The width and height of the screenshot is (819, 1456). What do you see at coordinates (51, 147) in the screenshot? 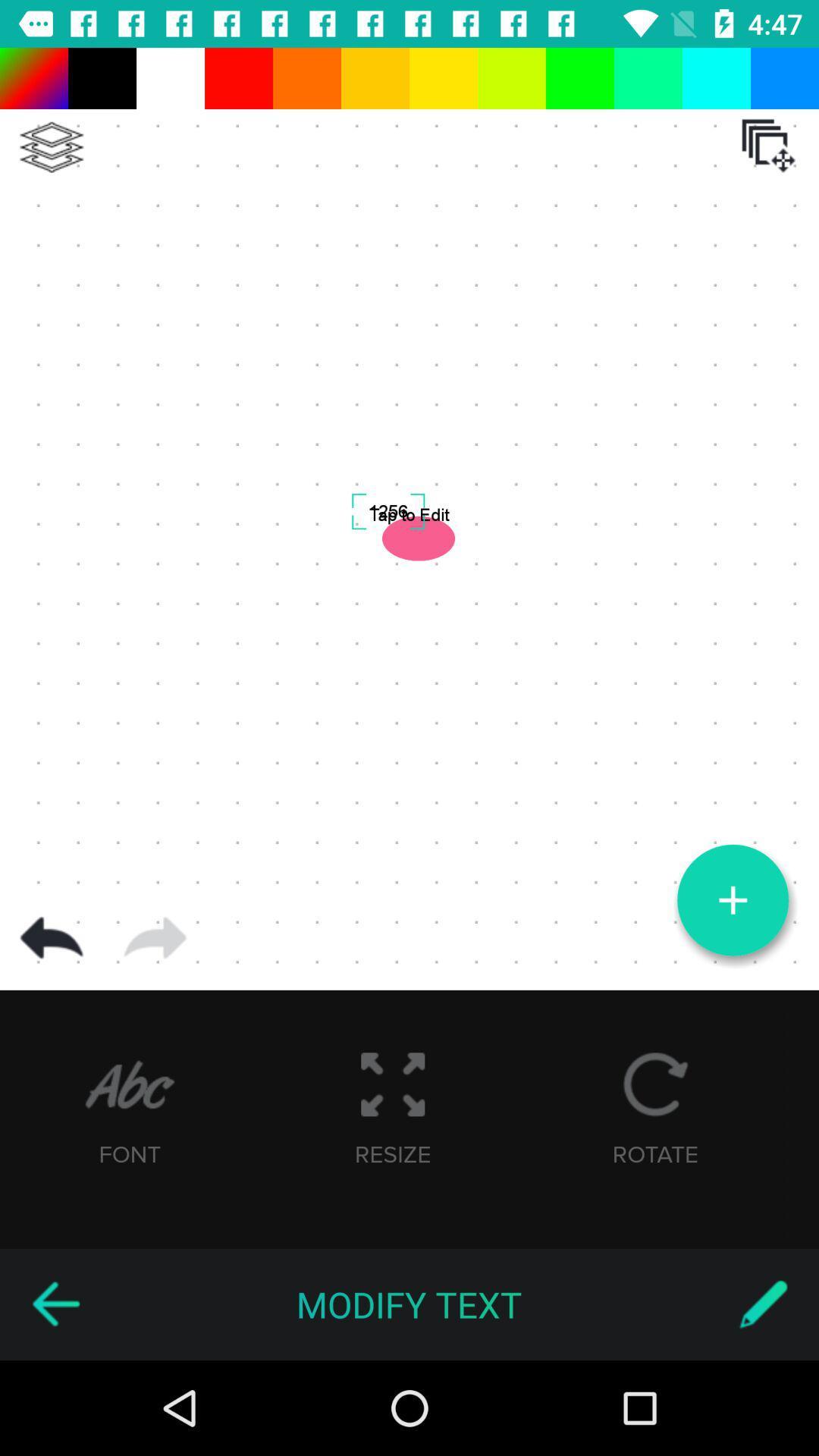
I see `the layers icon` at bounding box center [51, 147].